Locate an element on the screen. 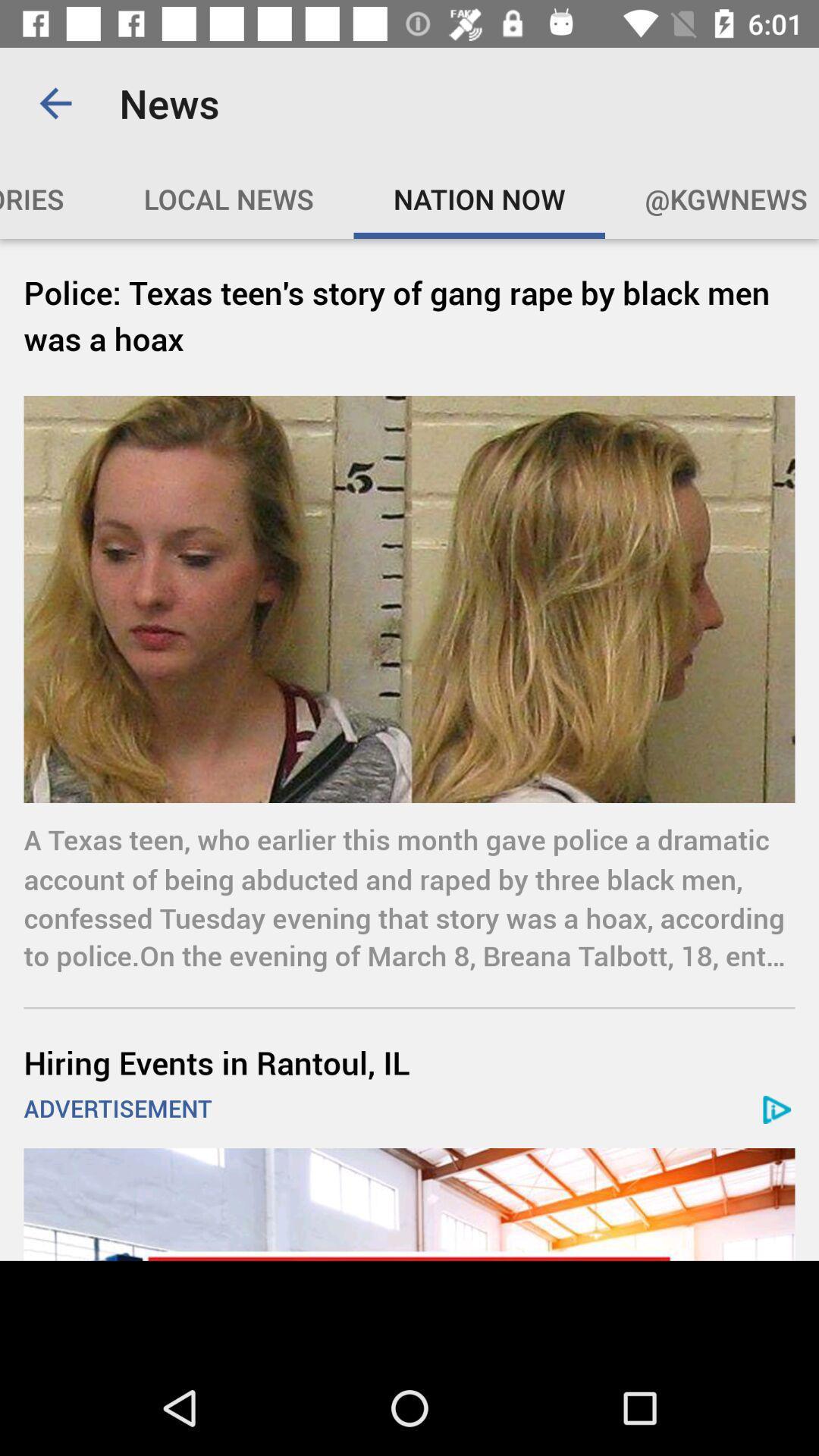 The height and width of the screenshot is (1456, 819). open advertisement is located at coordinates (409, 1203).